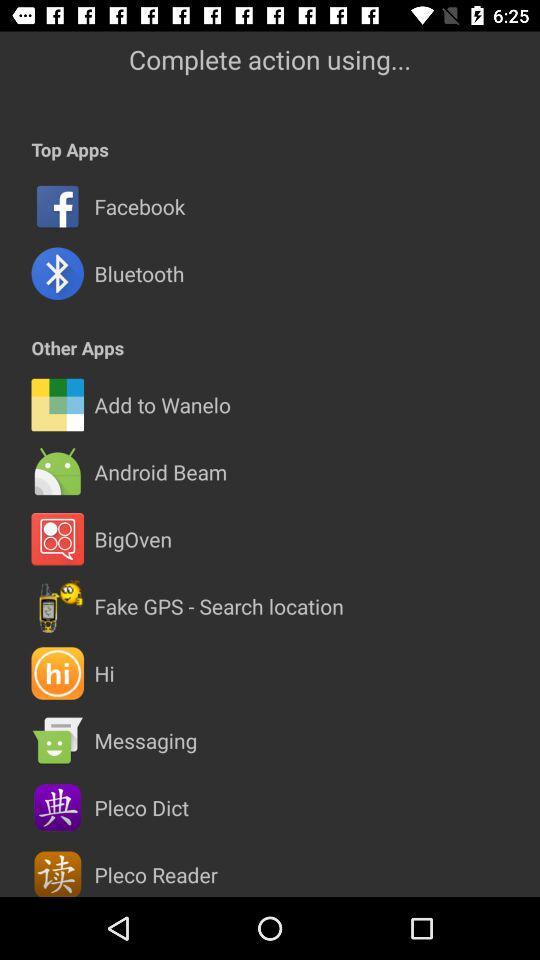 The image size is (540, 960). I want to click on the fake gps search icon, so click(218, 605).